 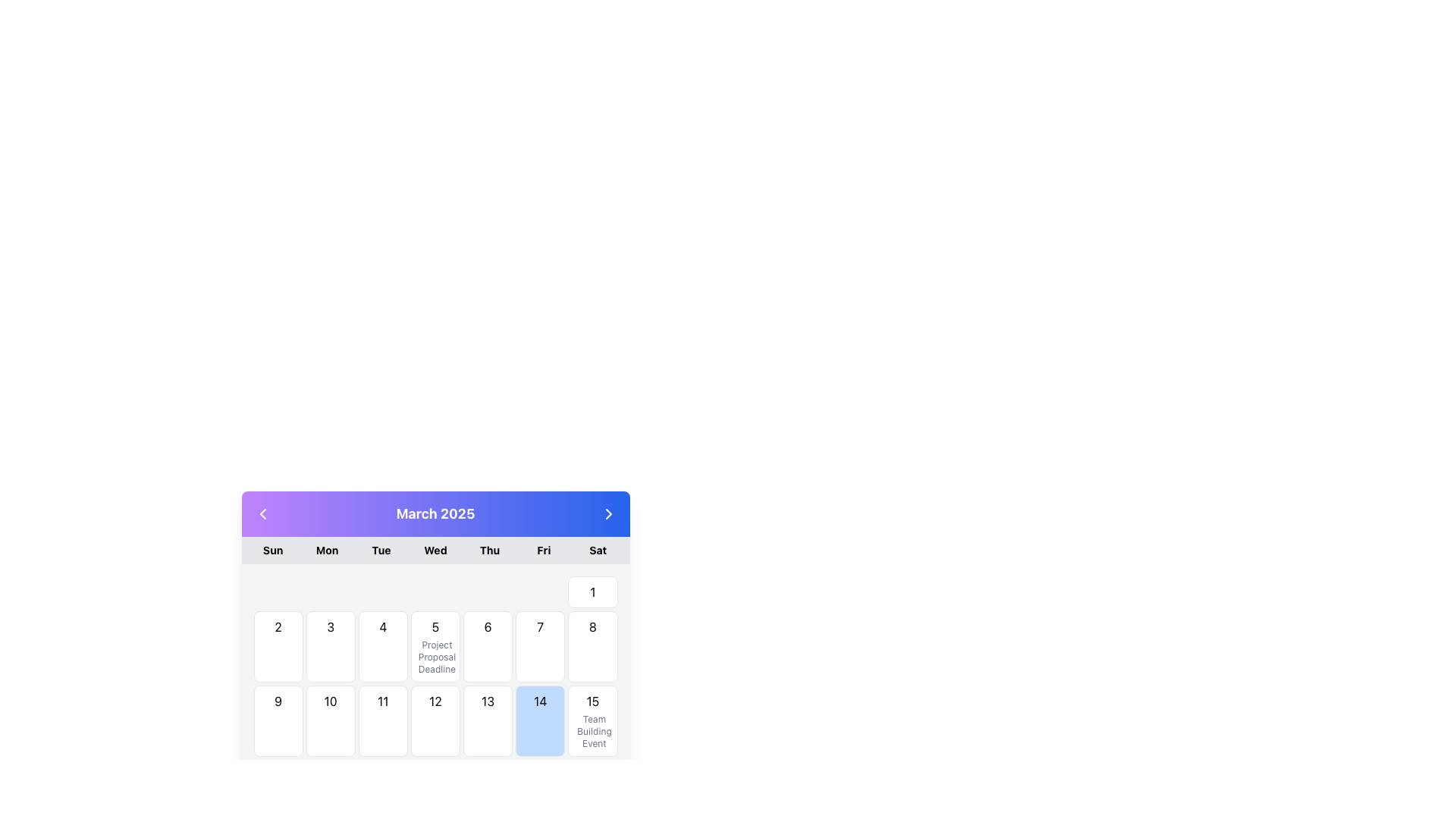 I want to click on the calendar date cell displaying '4', so click(x=383, y=646).